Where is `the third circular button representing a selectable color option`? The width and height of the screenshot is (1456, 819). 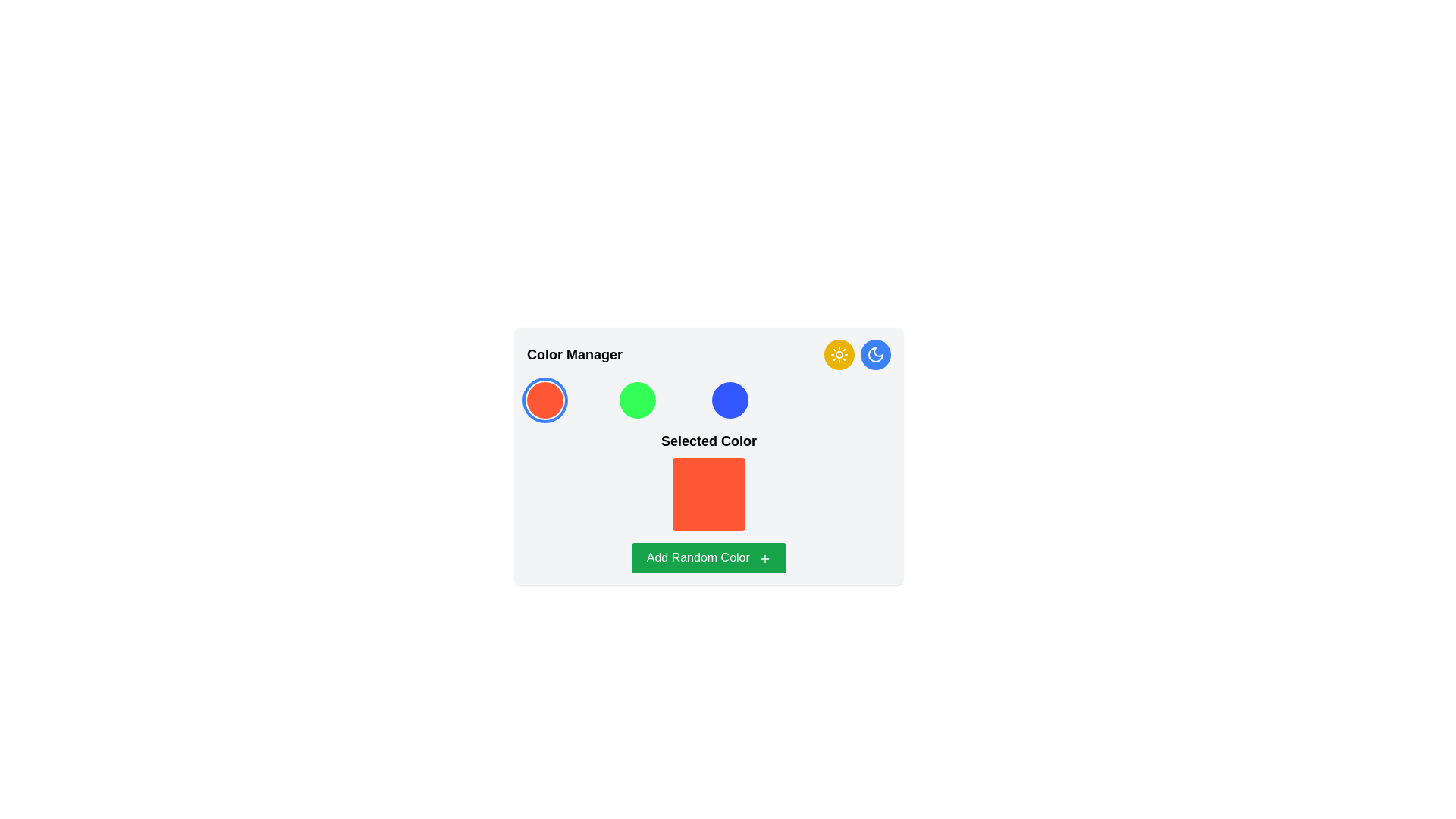 the third circular button representing a selectable color option is located at coordinates (708, 400).